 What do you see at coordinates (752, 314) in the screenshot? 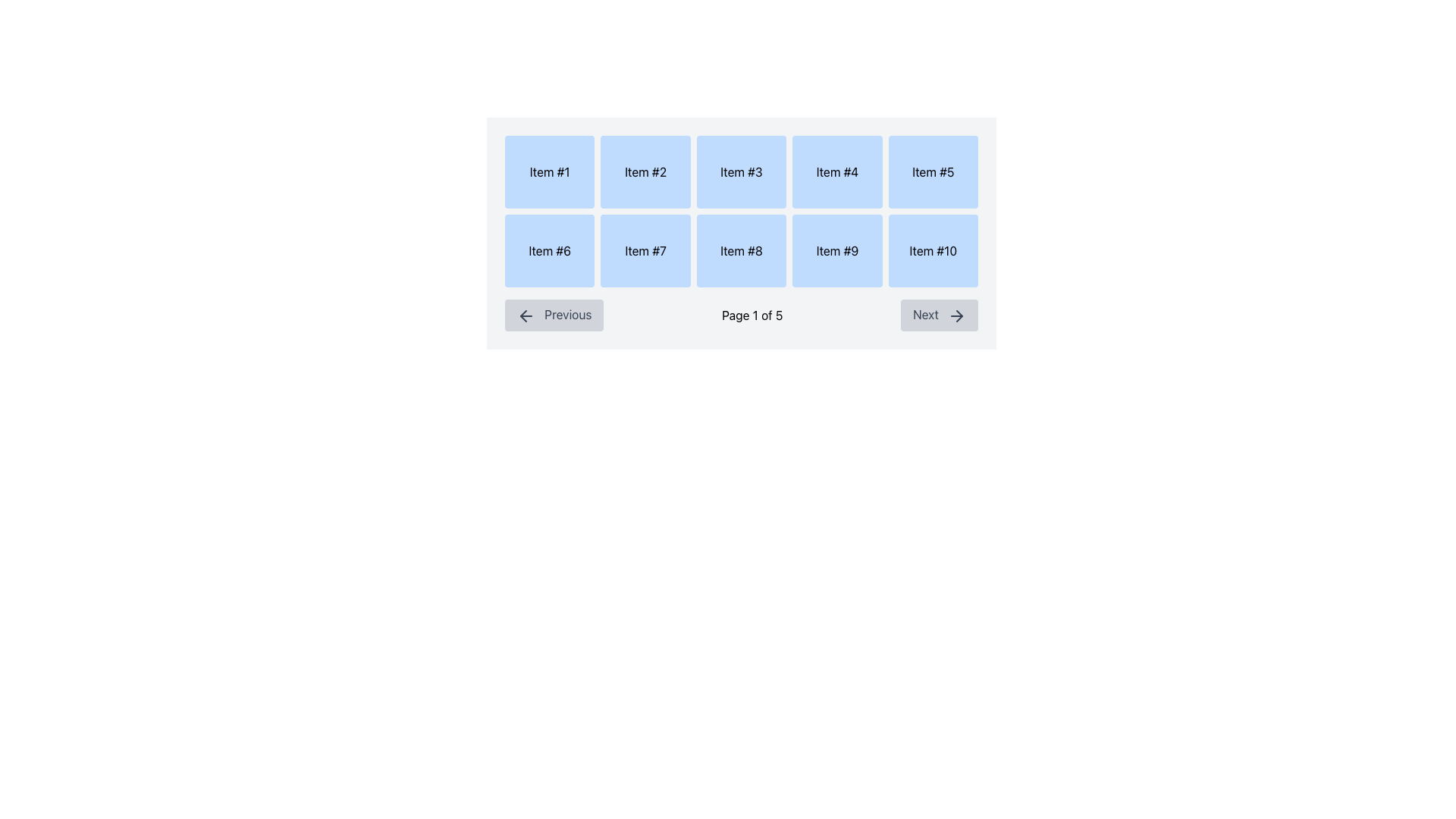
I see `the text label displaying 'Page 1 of 5', which is located centrally between the 'Previous' and 'Next' buttons of the pagination controls` at bounding box center [752, 314].